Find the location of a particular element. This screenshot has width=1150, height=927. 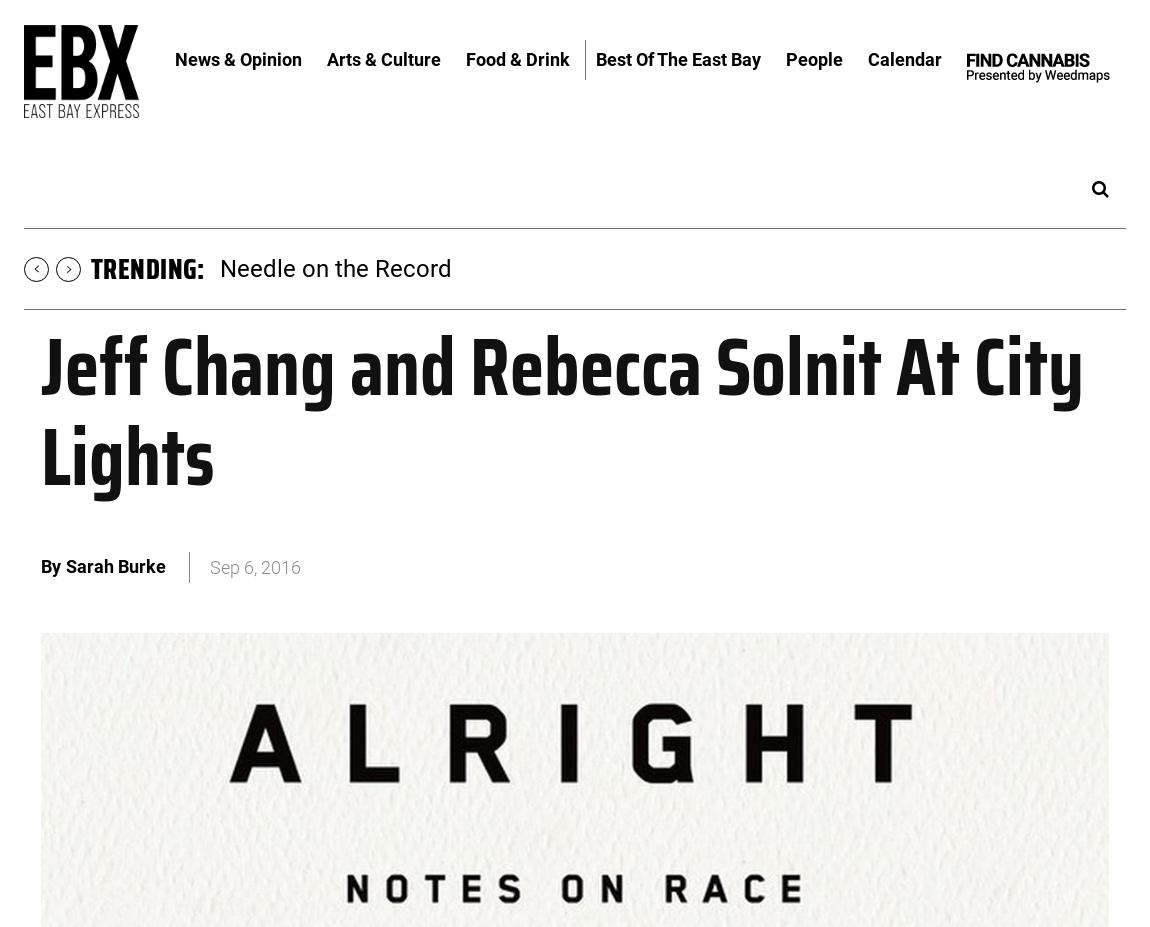

'Dance Your Heart Out' is located at coordinates (334, 267).